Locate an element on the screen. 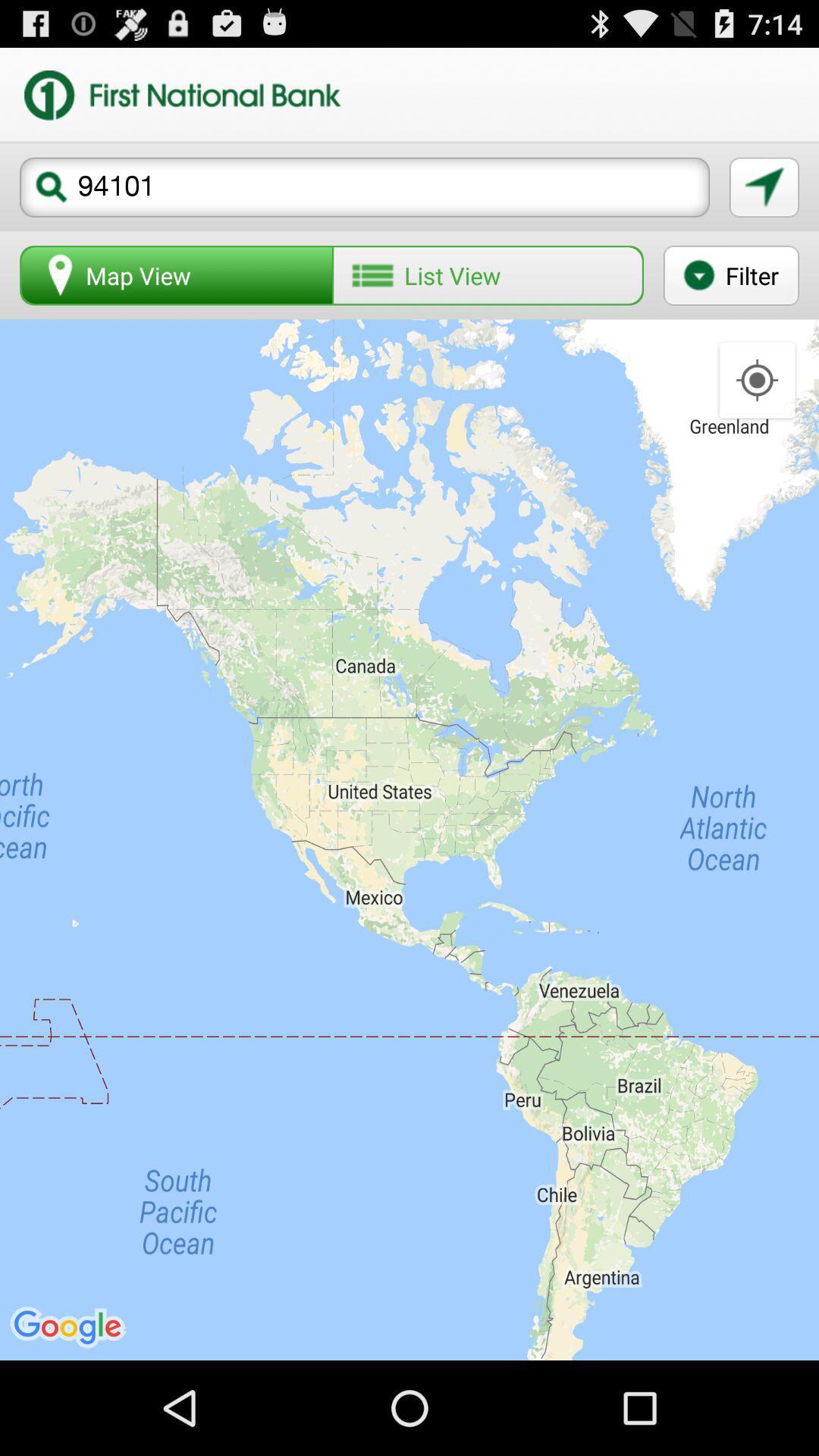 The height and width of the screenshot is (1456, 819). icon below 94101 is located at coordinates (730, 275).